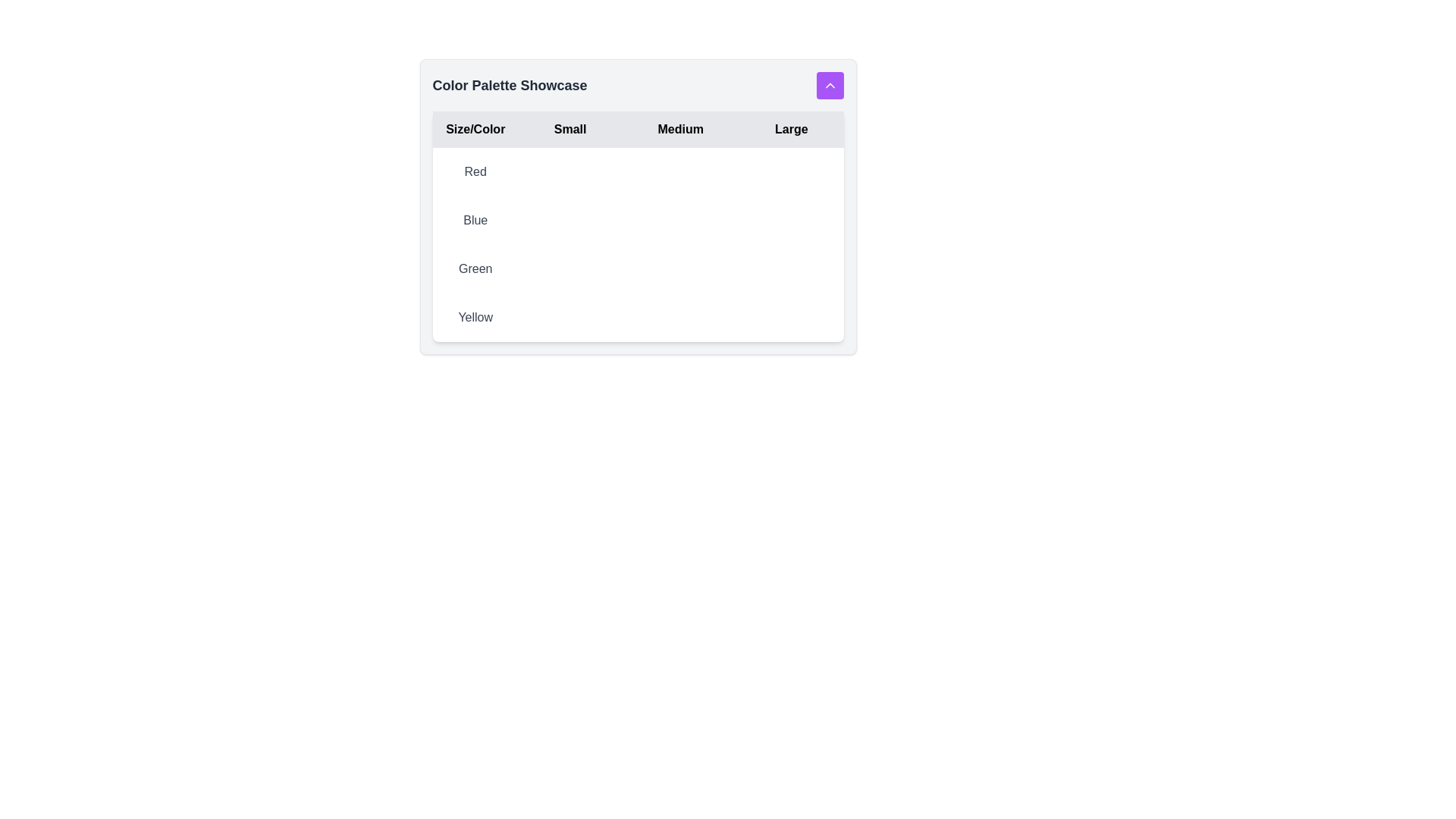 The width and height of the screenshot is (1456, 819). What do you see at coordinates (679, 220) in the screenshot?
I see `the 'Medium' button for the 'Blue' color option` at bounding box center [679, 220].